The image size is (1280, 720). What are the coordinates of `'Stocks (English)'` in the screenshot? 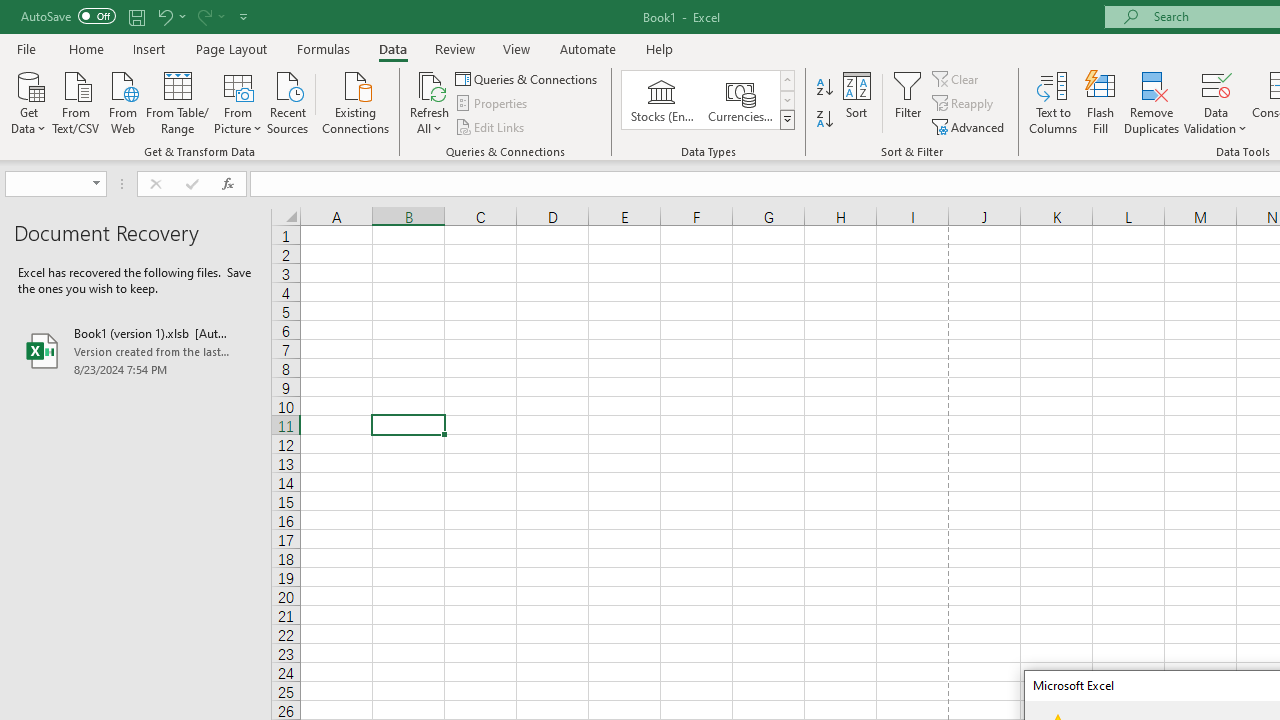 It's located at (662, 100).